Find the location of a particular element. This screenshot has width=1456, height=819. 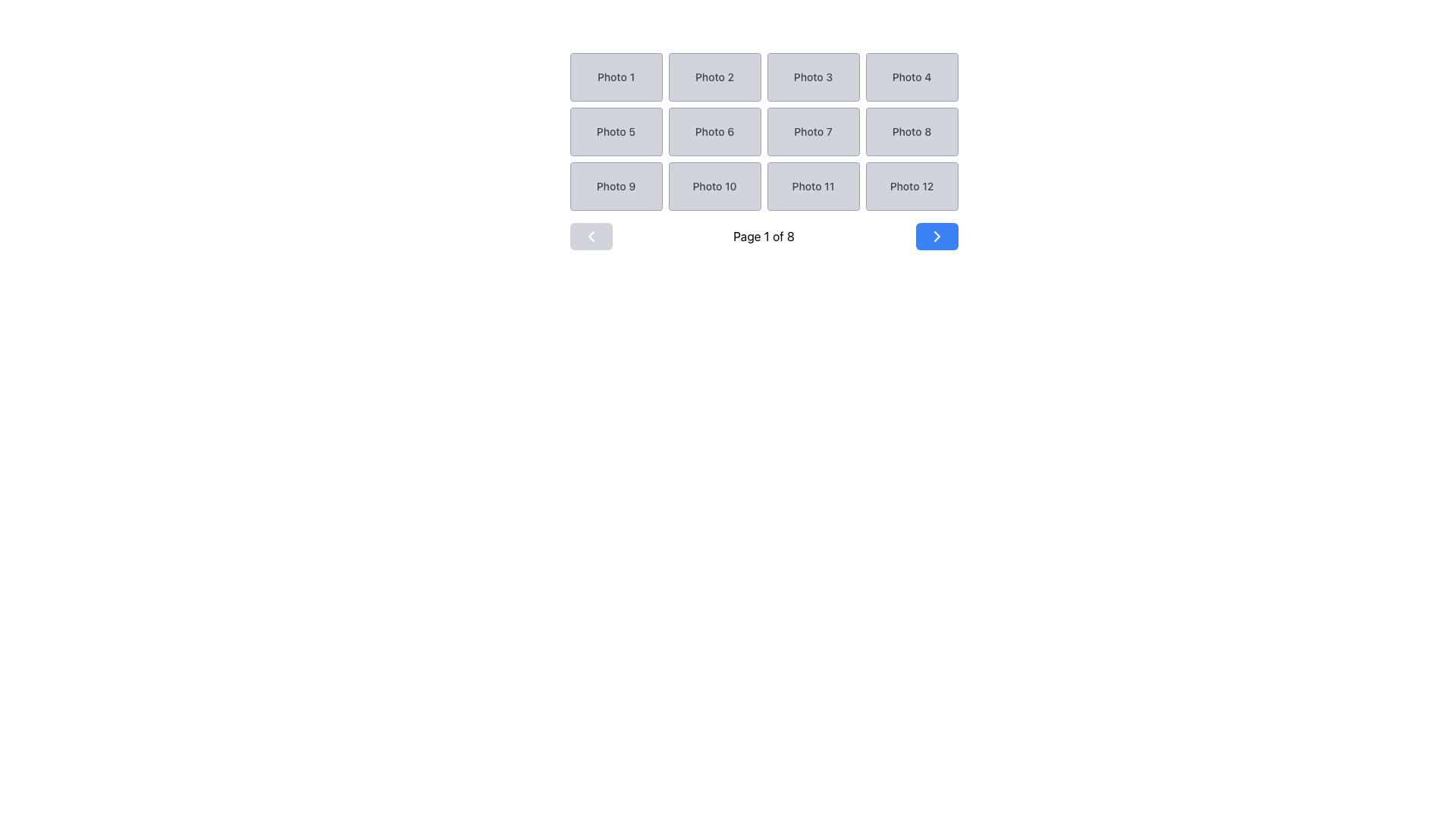

the light gray button labeled 'Photo 10' located in the second position of the third row in a 3x4 grid layout is located at coordinates (714, 186).